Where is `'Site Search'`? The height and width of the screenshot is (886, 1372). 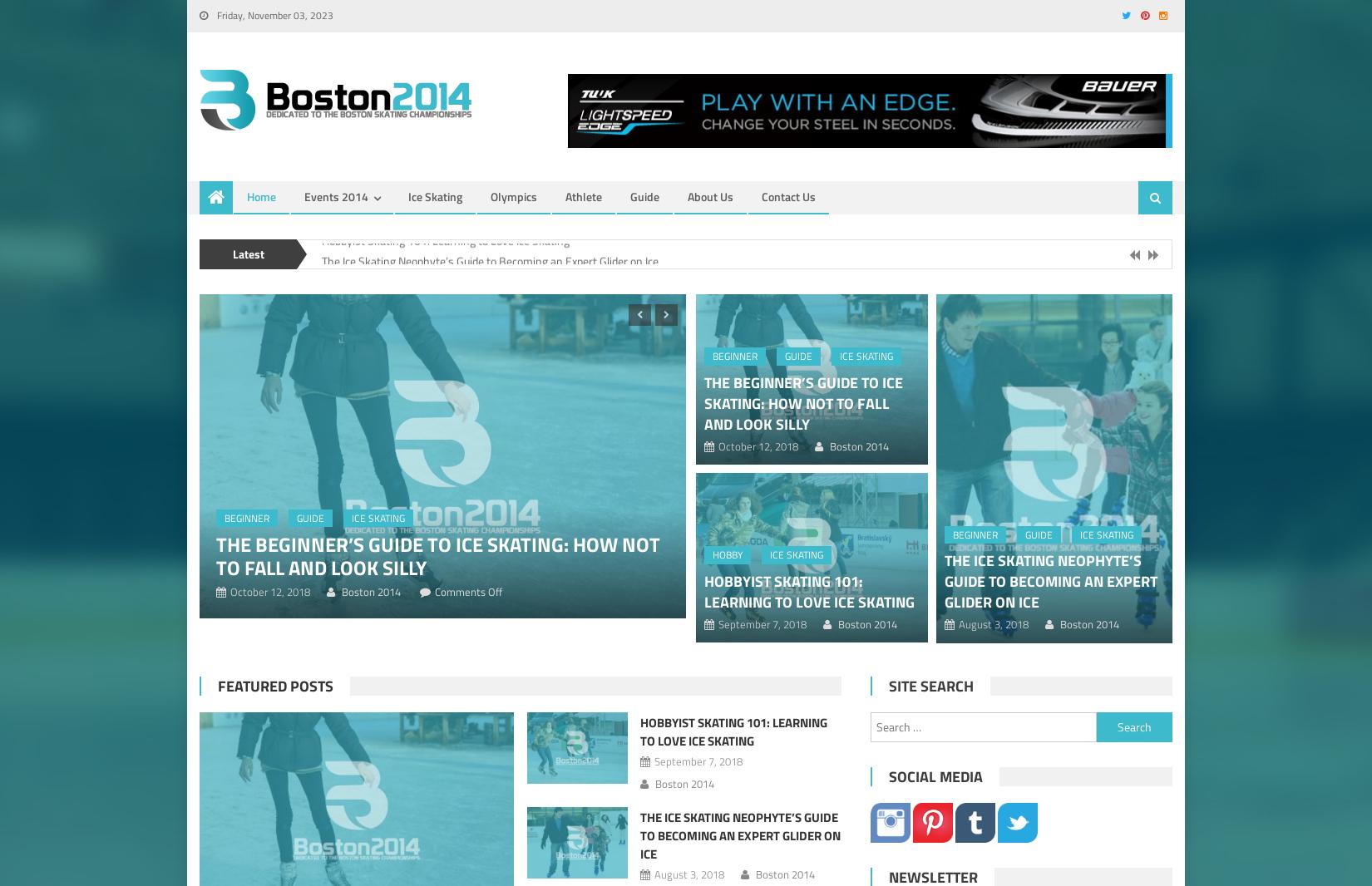 'Site Search' is located at coordinates (931, 685).